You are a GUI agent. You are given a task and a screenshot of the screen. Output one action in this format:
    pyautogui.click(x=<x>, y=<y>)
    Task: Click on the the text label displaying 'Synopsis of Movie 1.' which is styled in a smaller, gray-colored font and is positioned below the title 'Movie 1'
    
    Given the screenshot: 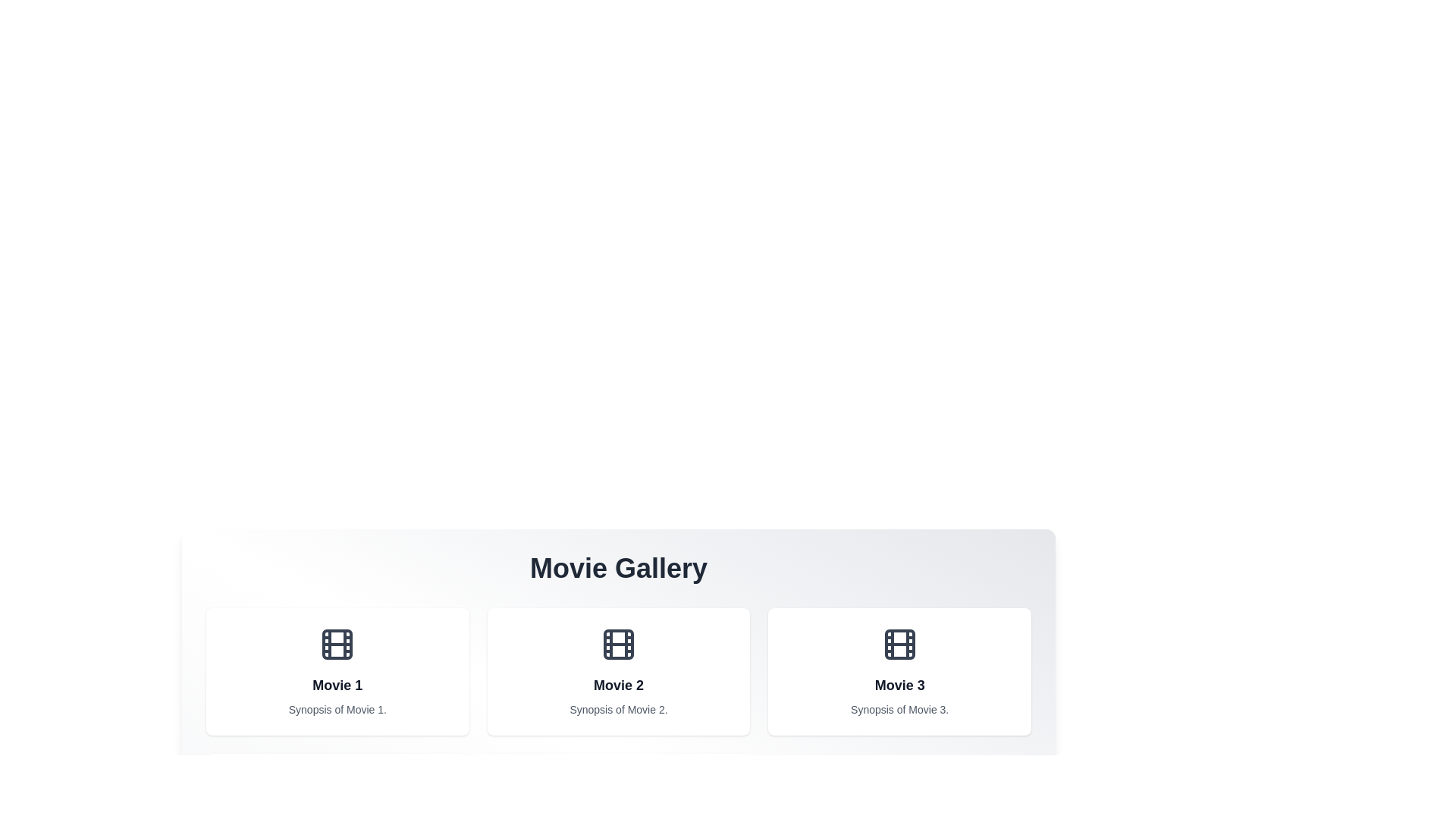 What is the action you would take?
    pyautogui.click(x=337, y=710)
    